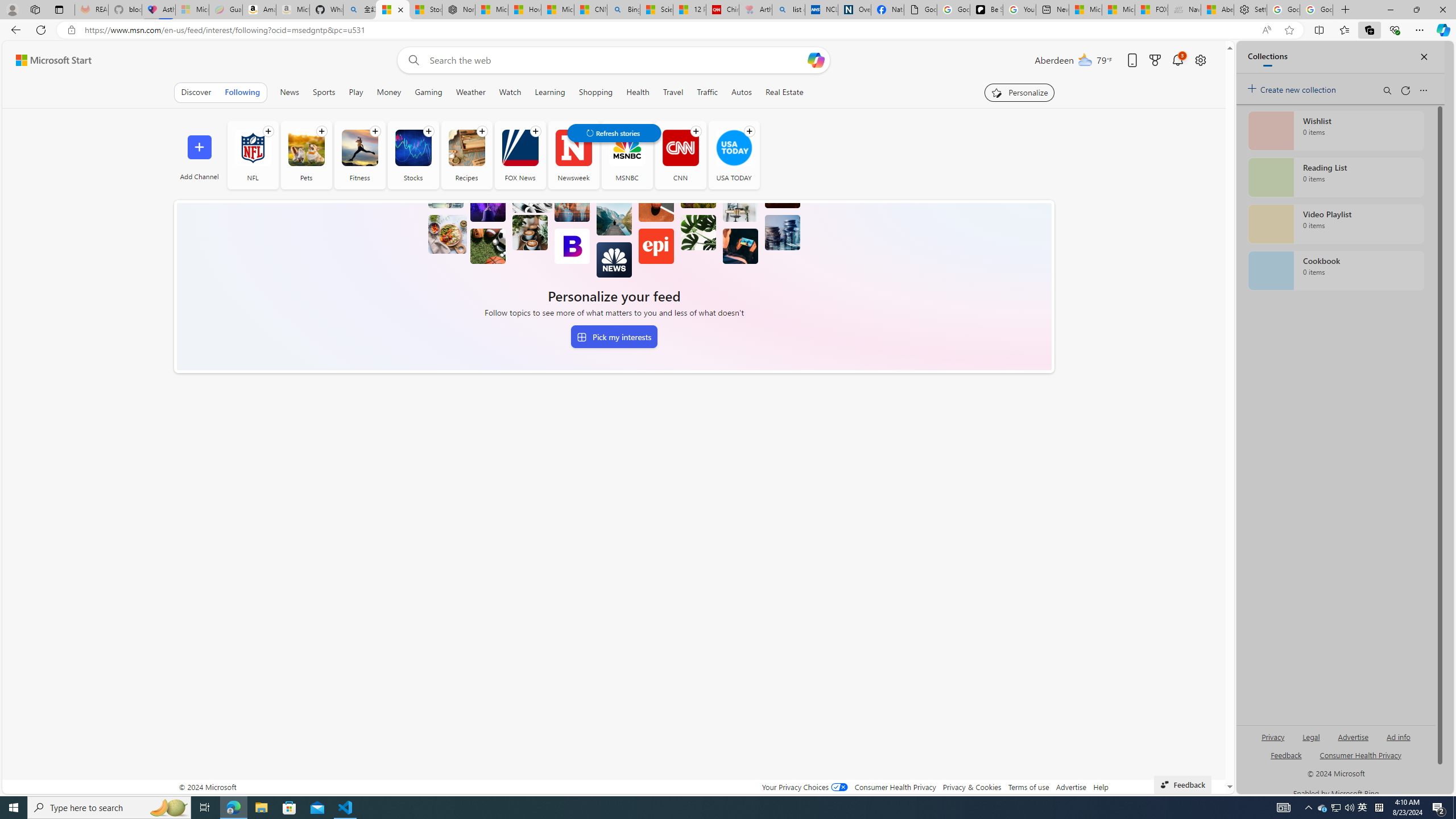 This screenshot has height=819, width=1456. I want to click on 'Health', so click(638, 92).